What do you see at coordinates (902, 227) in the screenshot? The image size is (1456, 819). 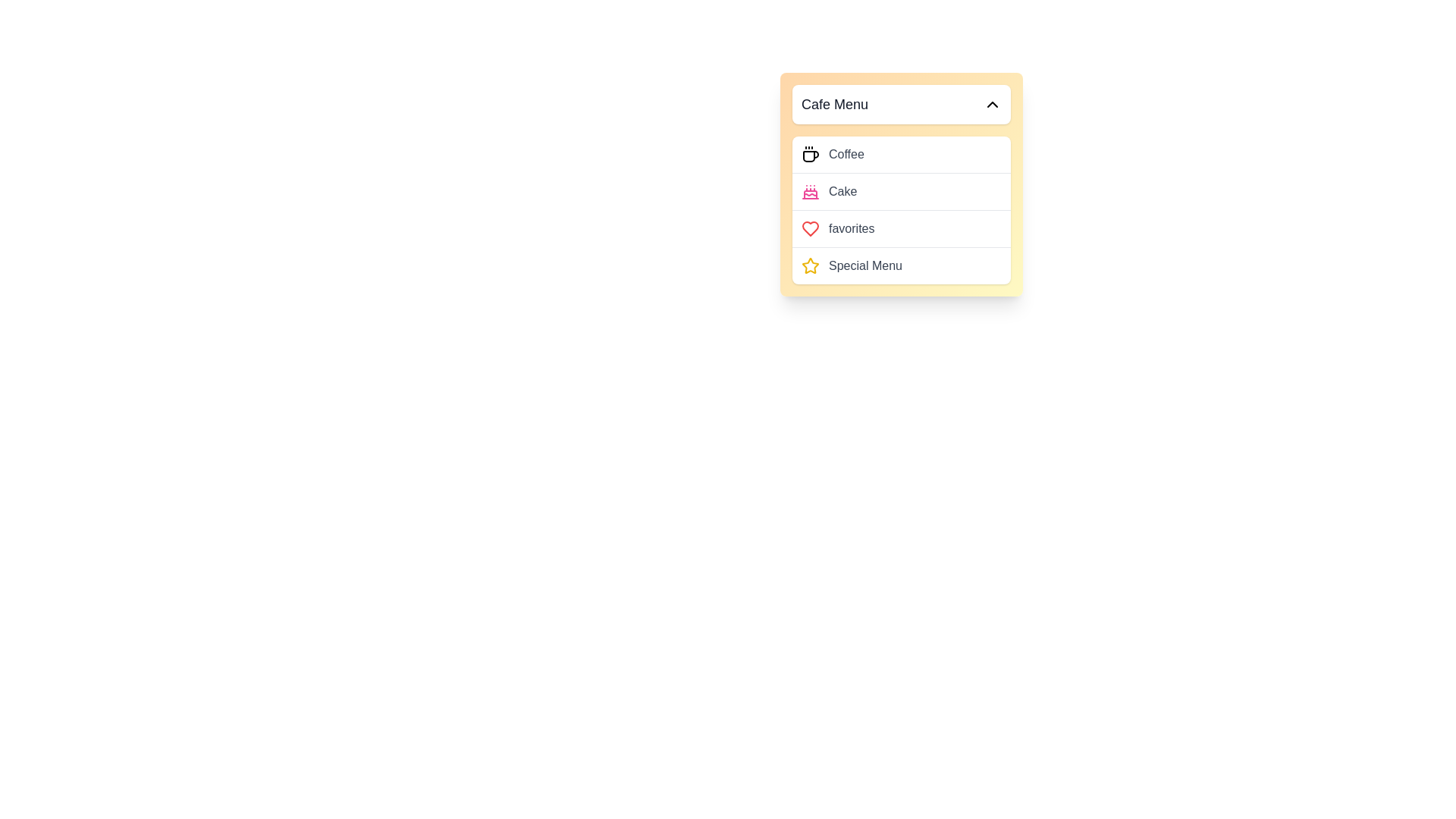 I see `the 'favorites' menu item with a red heart icon` at bounding box center [902, 227].